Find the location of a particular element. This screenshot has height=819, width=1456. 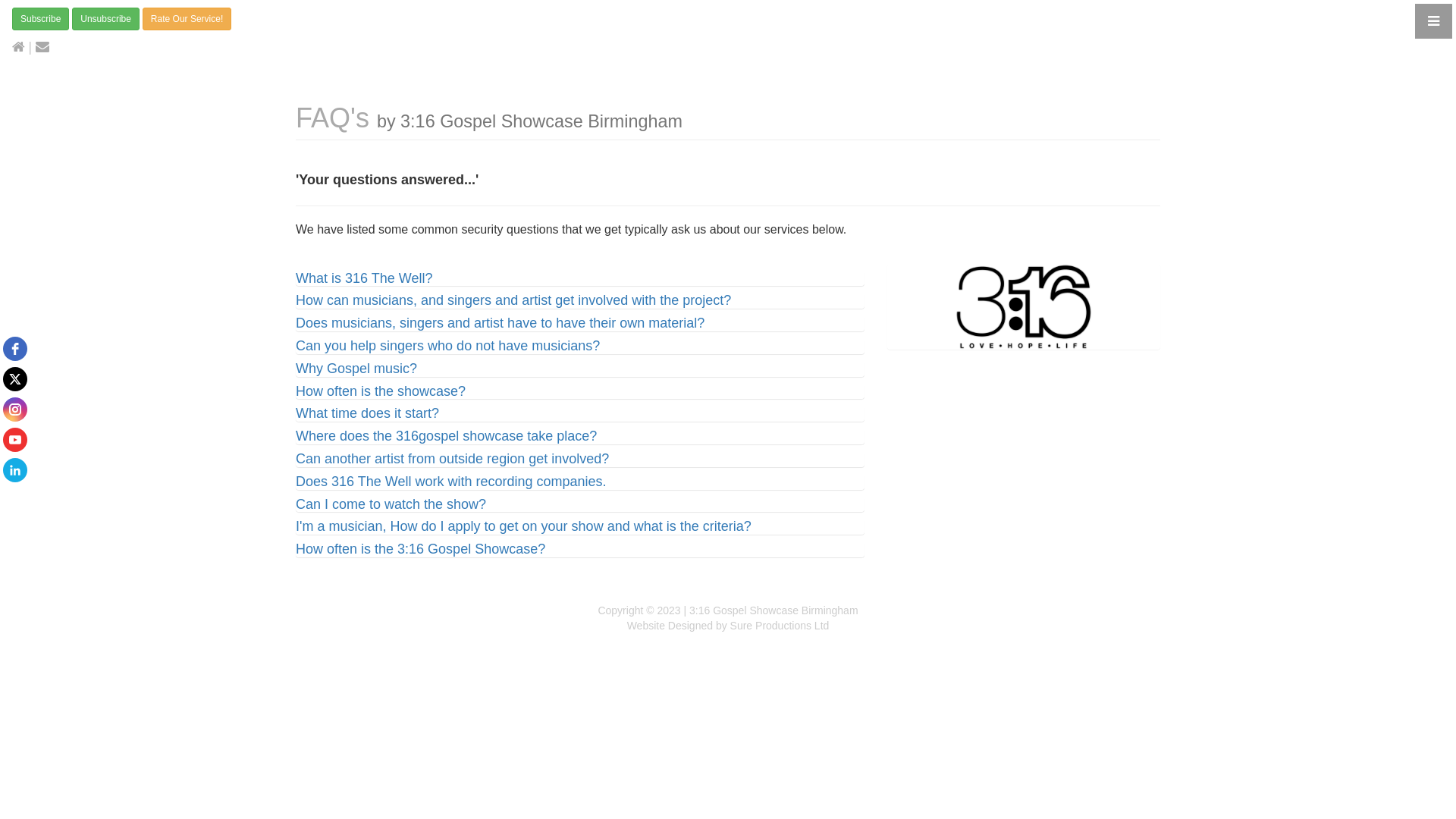

'Twitter' is located at coordinates (14, 378).